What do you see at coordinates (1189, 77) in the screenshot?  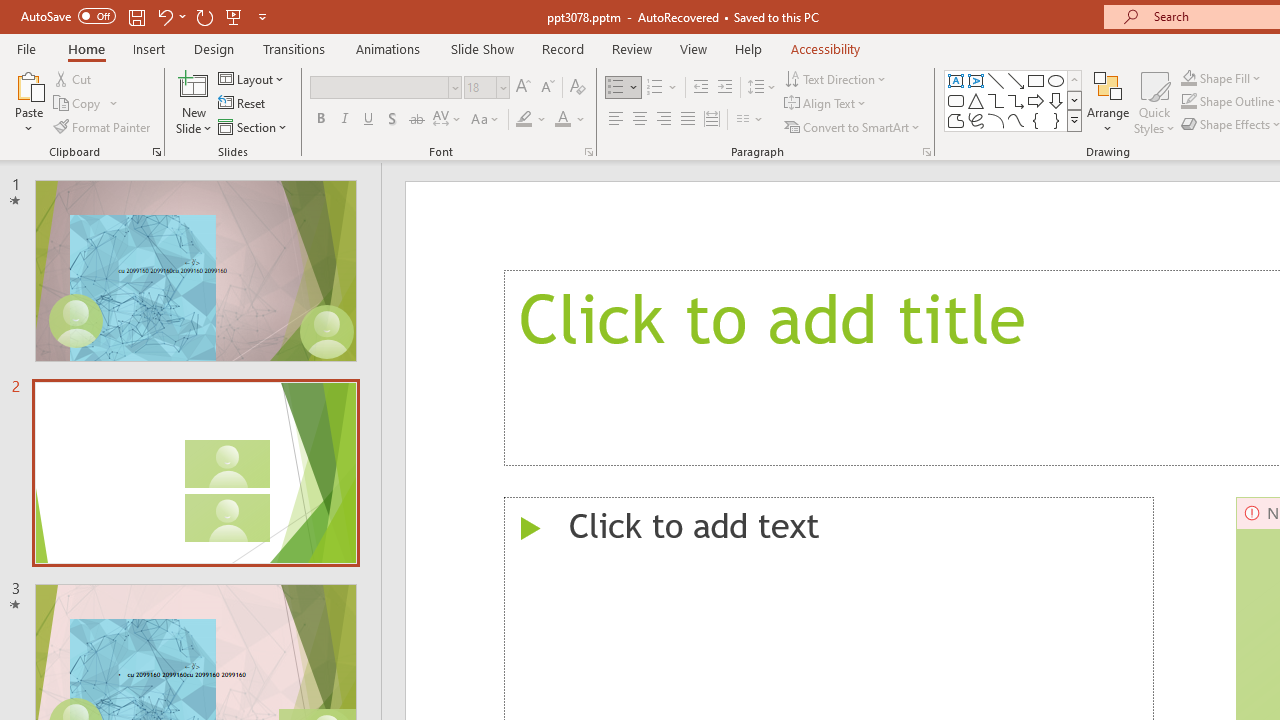 I see `'Shape Fill Dark Green, Accent 2'` at bounding box center [1189, 77].